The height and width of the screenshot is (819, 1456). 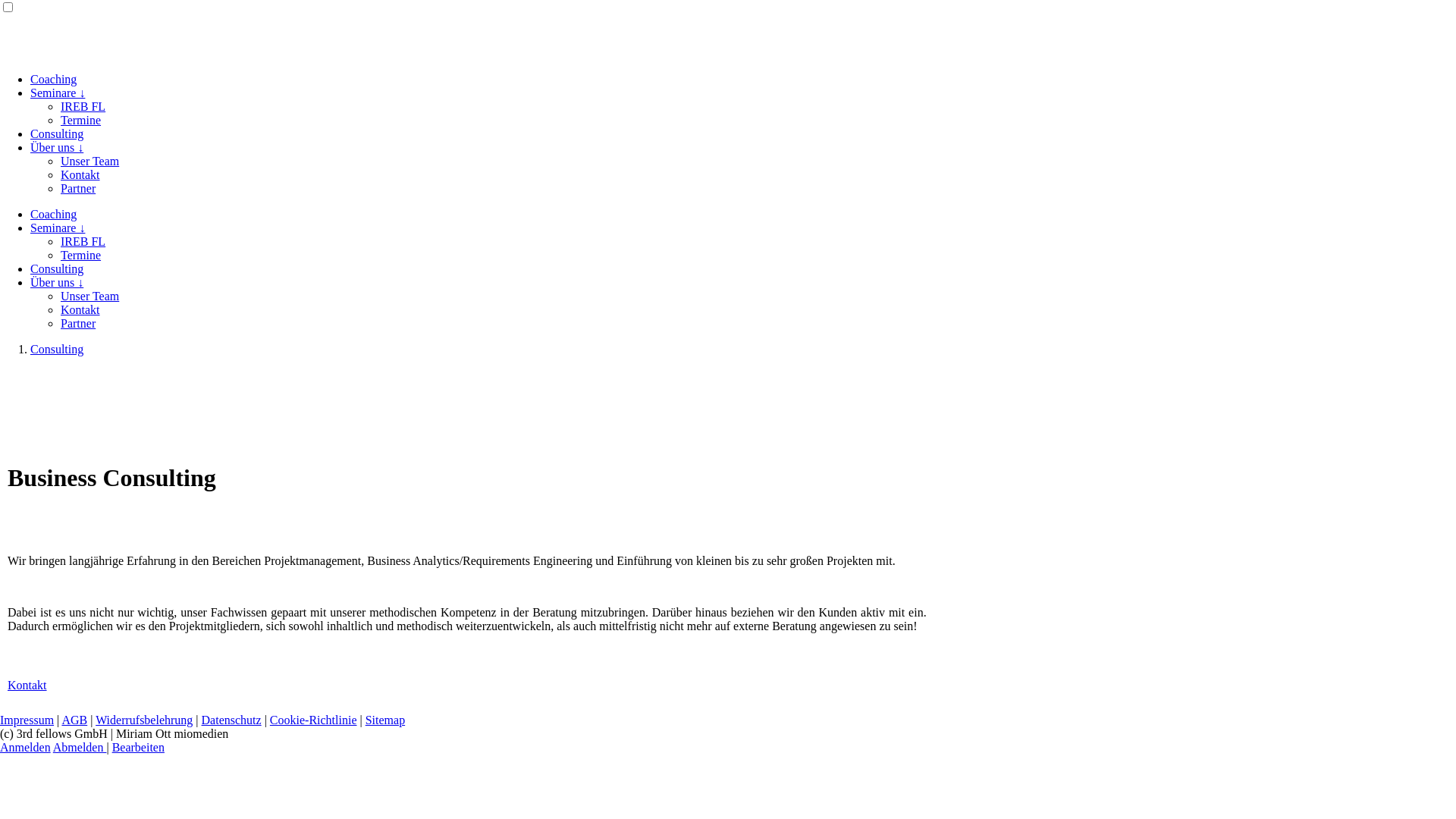 I want to click on 'Widerrufsbelehrung', so click(x=144, y=719).